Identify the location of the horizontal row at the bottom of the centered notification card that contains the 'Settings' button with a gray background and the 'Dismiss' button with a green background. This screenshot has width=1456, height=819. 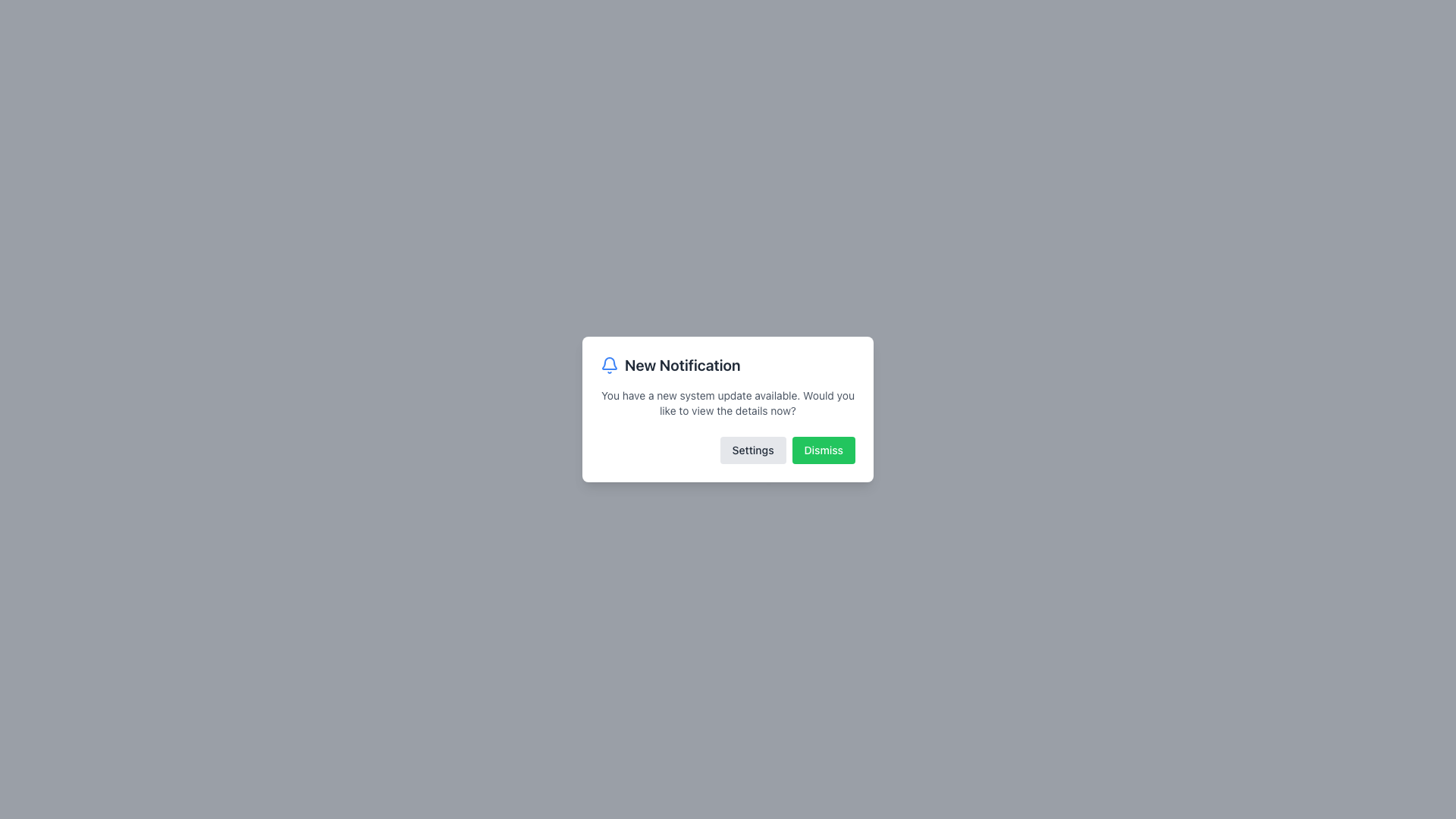
(728, 450).